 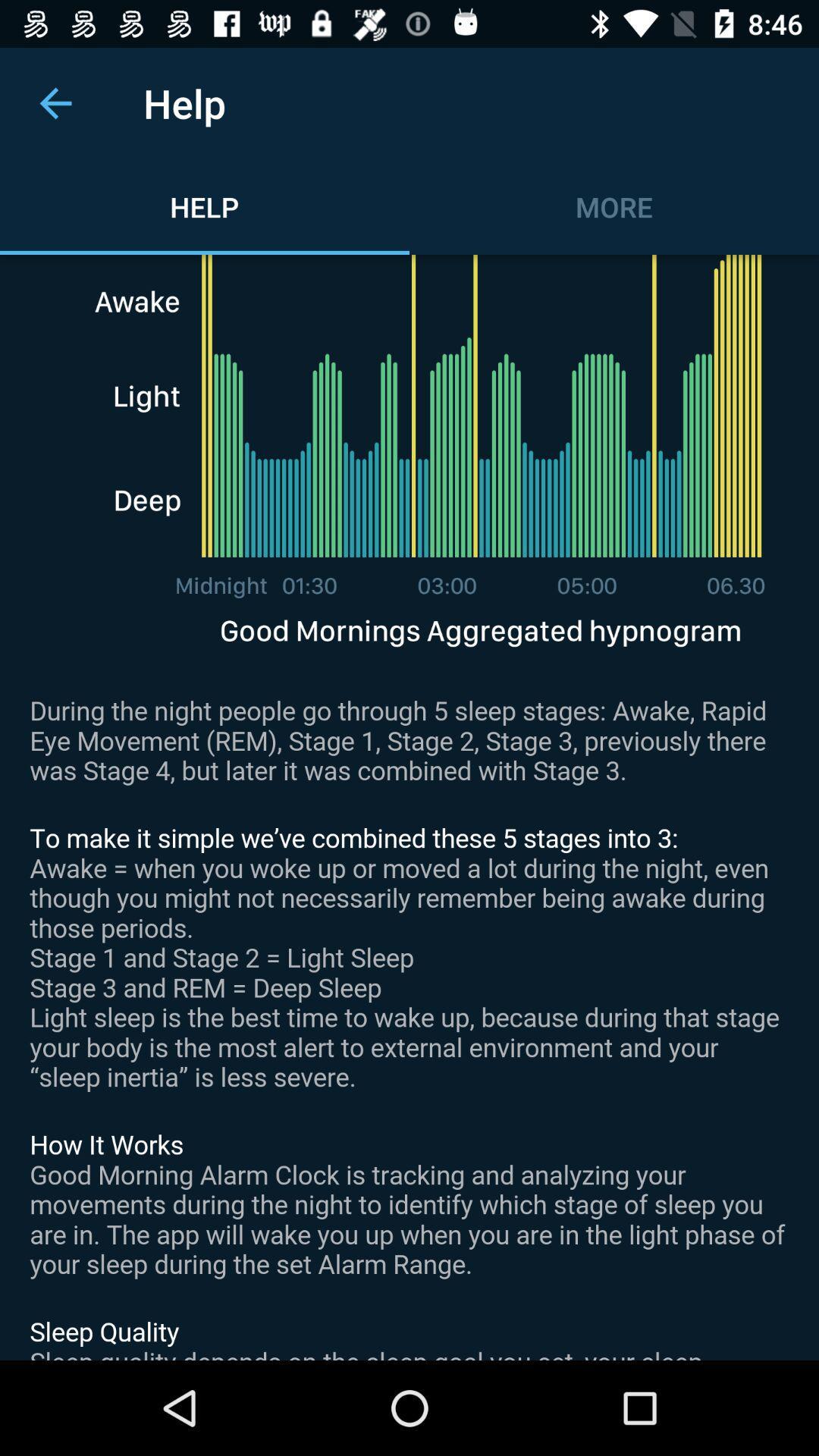 I want to click on advertisement page, so click(x=409, y=807).